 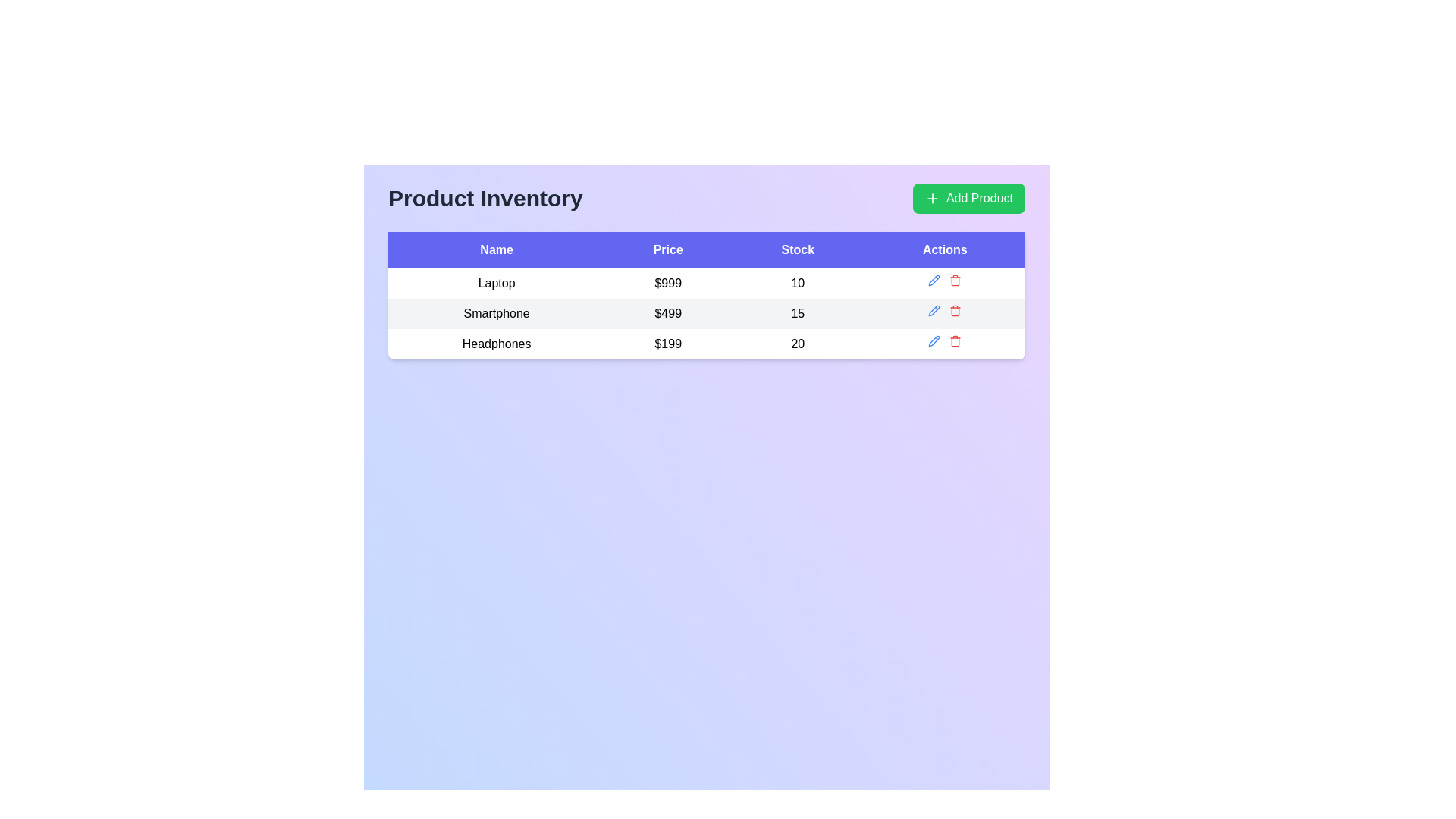 I want to click on the bold number '10' in the 'Stock' column of the table, which corresponds to the 'Laptop' item, so click(x=797, y=284).